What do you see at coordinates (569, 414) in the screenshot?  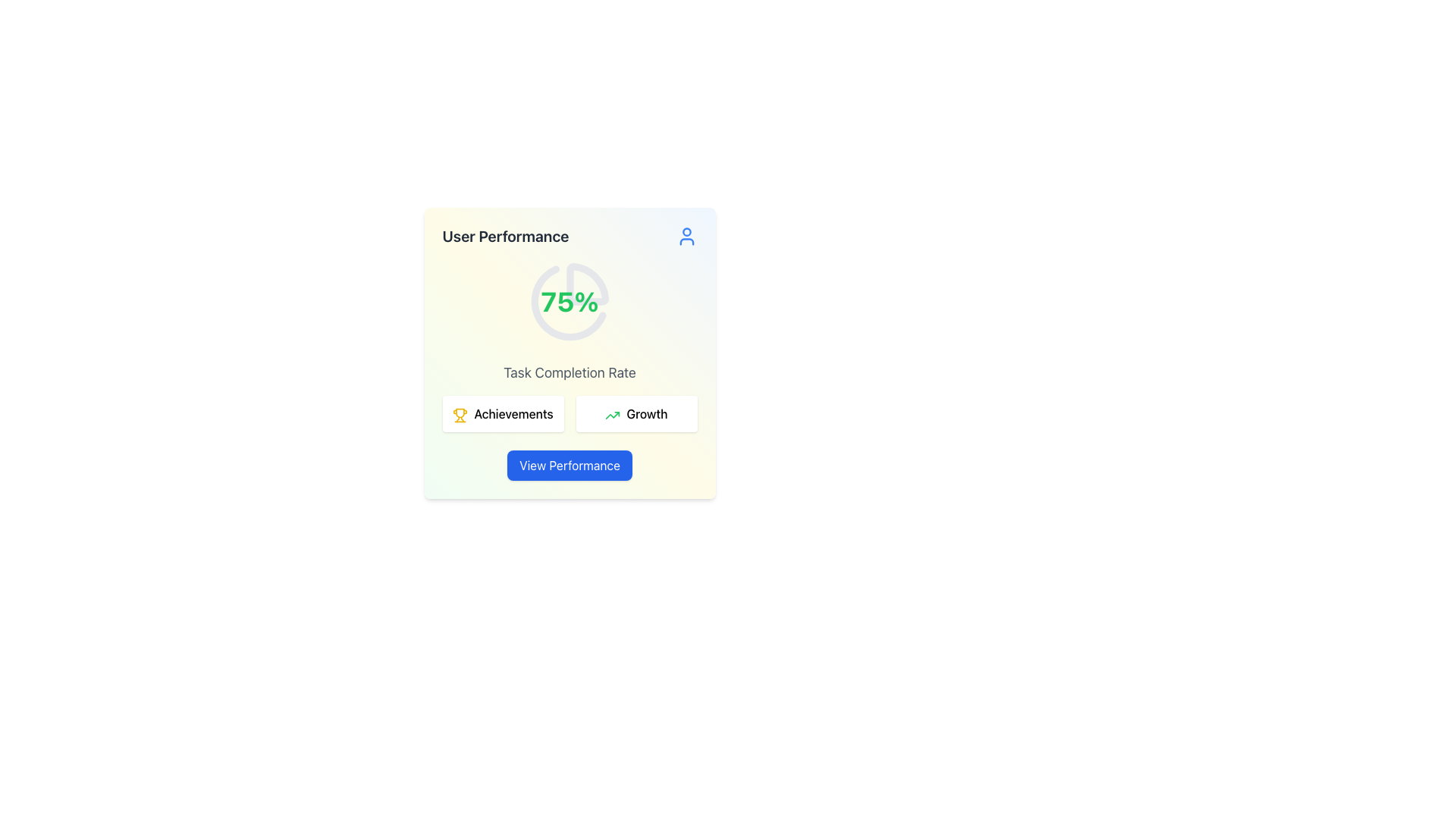 I see `the 'Achievements' and 'Growth' labels in the horizontal section of the 'User Performance' card` at bounding box center [569, 414].